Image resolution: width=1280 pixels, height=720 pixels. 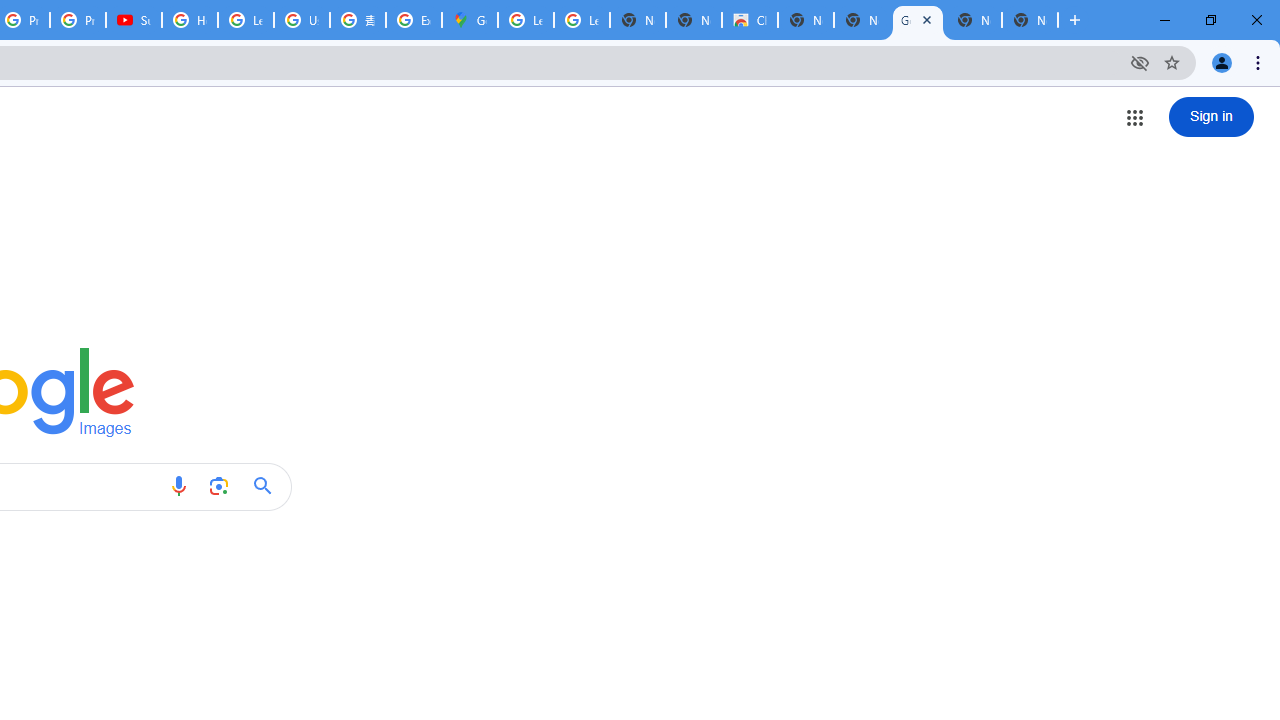 I want to click on 'How Chrome protects your passwords - Google Chrome Help', so click(x=190, y=20).